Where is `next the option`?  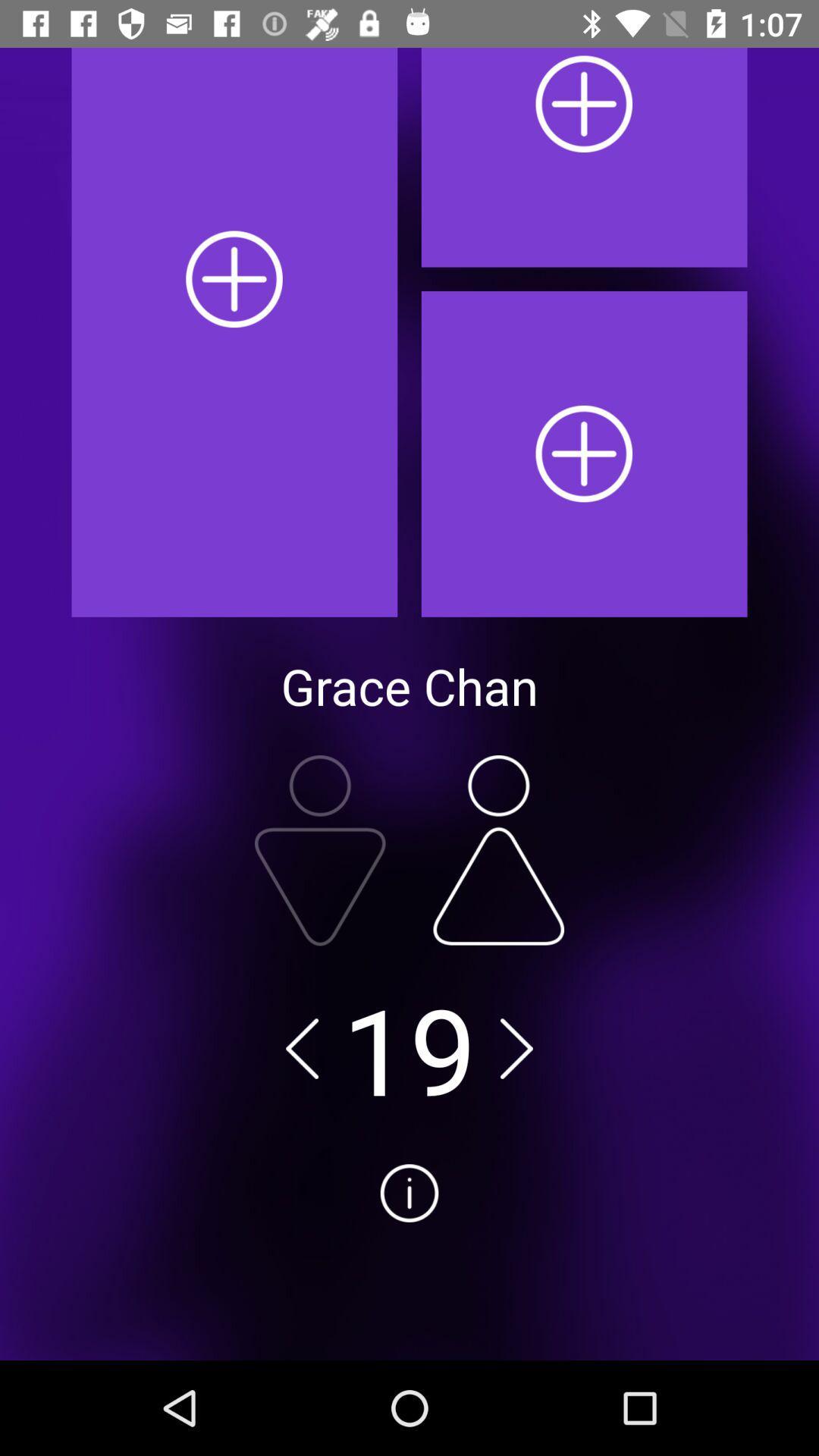 next the option is located at coordinates (516, 1047).